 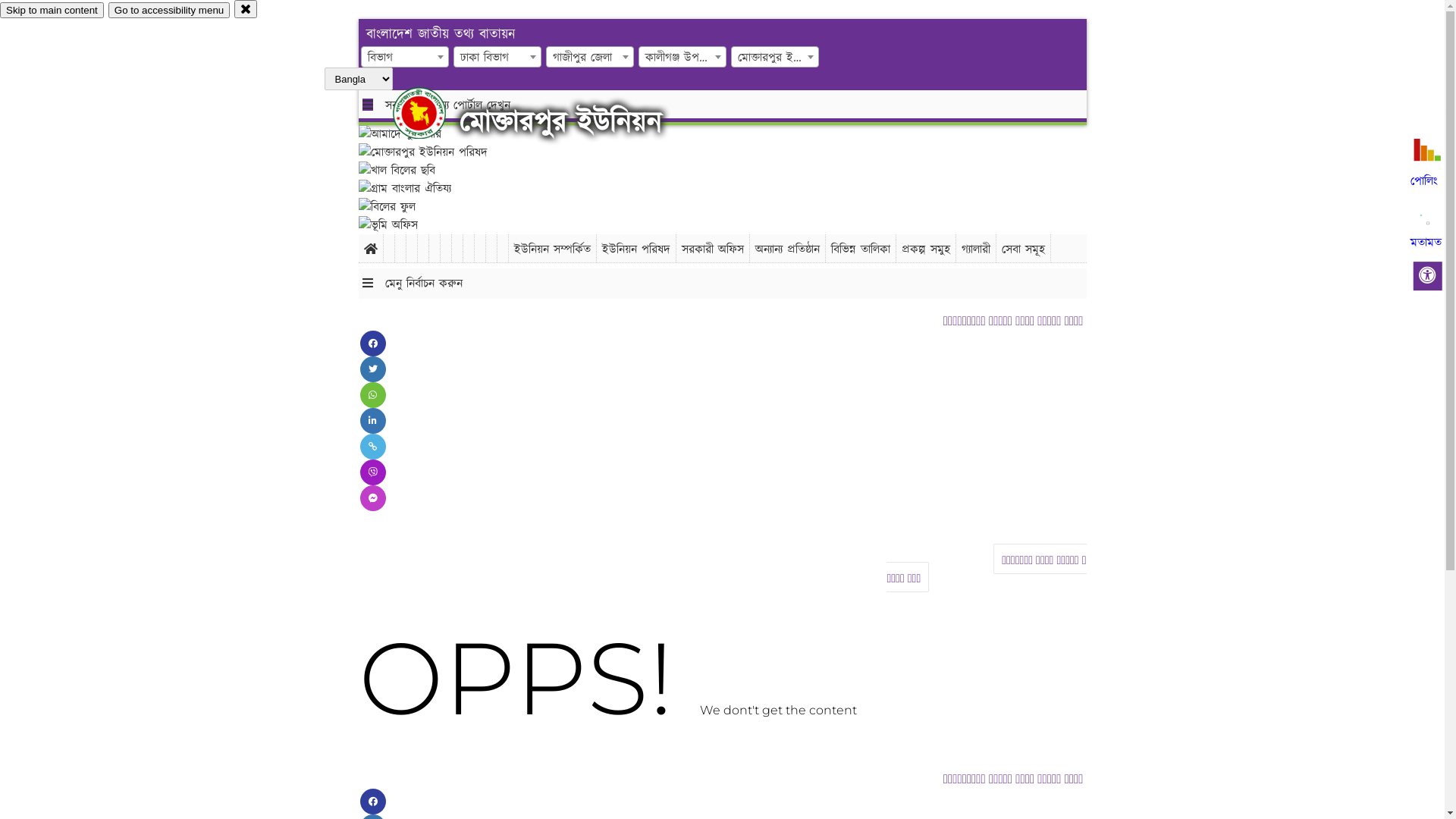 What do you see at coordinates (246, 8) in the screenshot?
I see `'close'` at bounding box center [246, 8].